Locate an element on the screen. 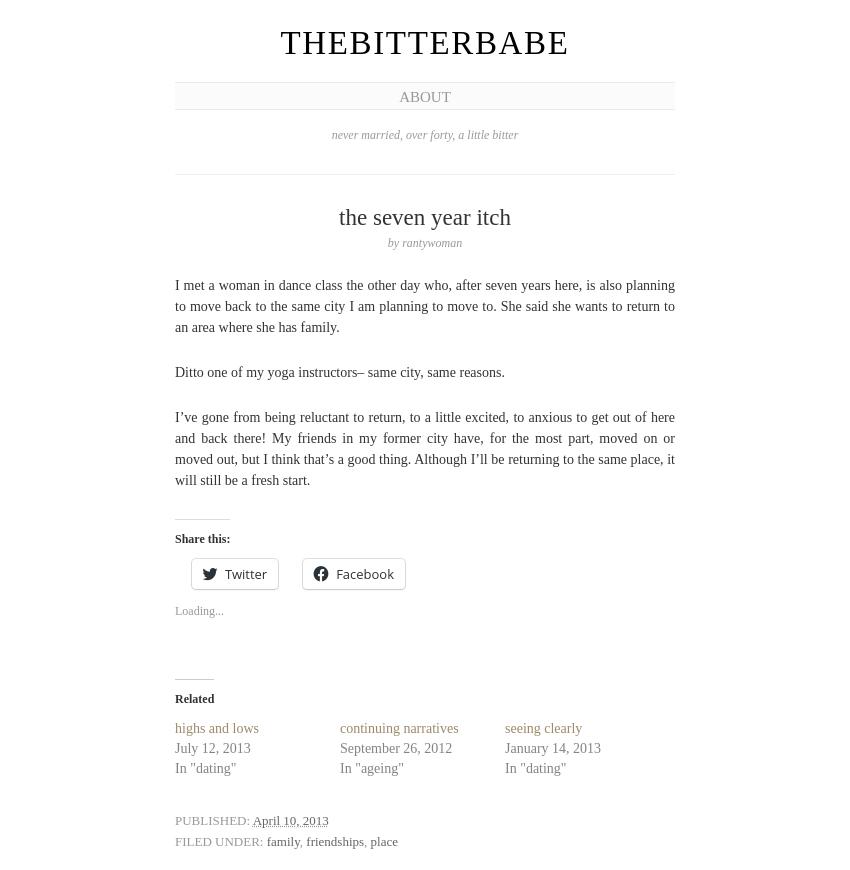 The height and width of the screenshot is (870, 850). 'Twitter' is located at coordinates (245, 571).